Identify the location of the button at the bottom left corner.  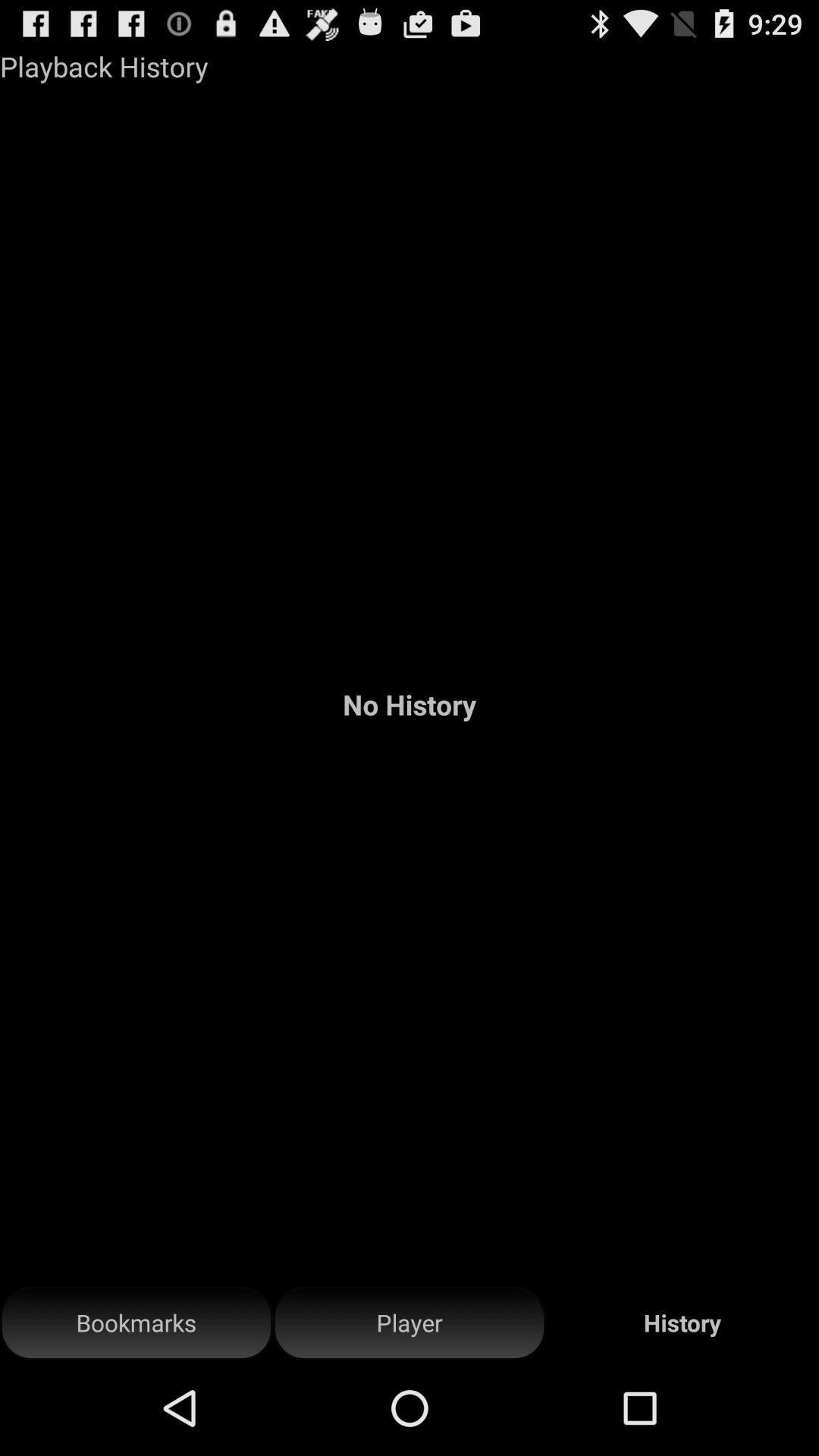
(136, 1323).